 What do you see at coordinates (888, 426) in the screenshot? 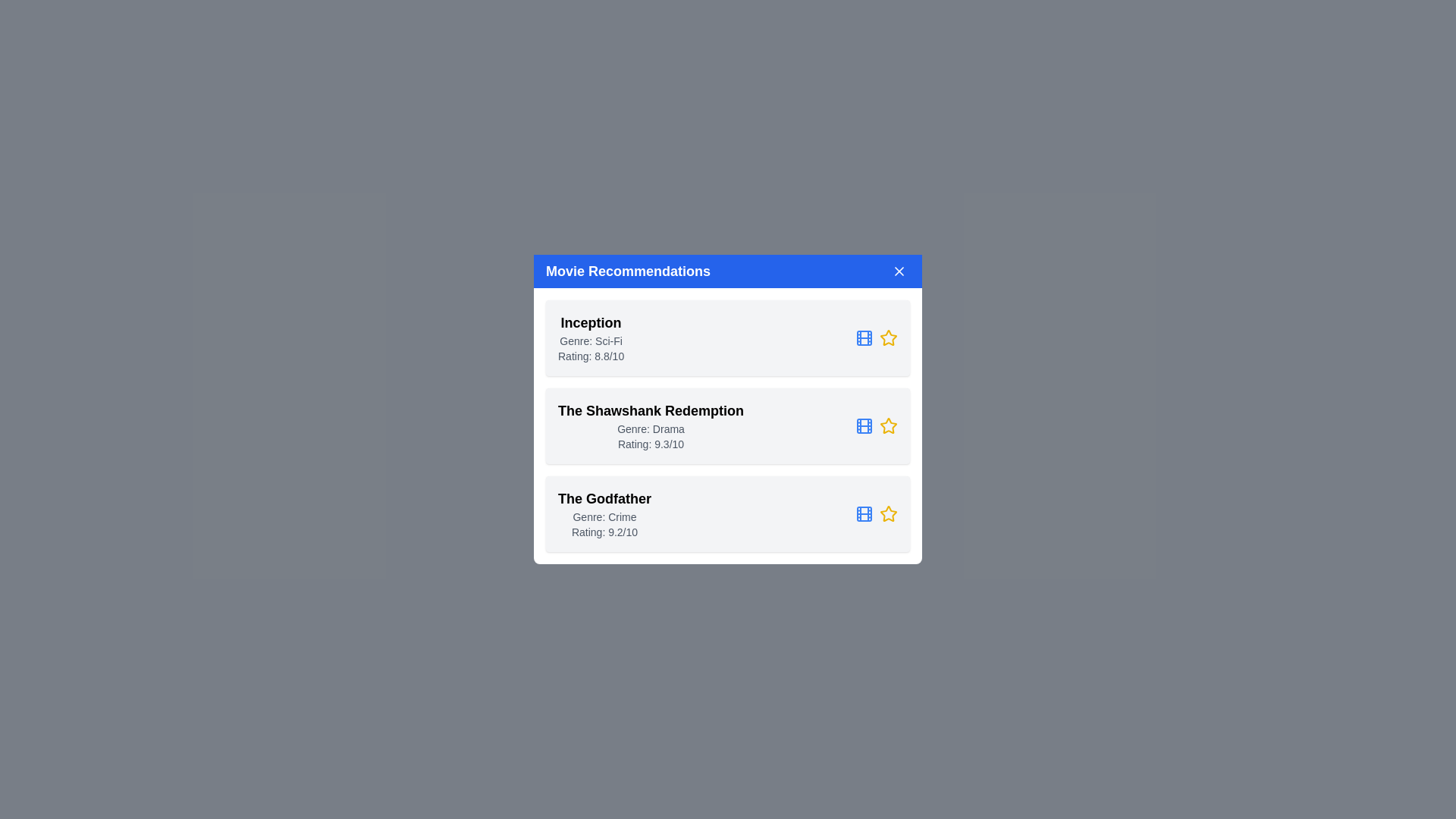
I see `the Star icon for the movie The Shawshank Redemption` at bounding box center [888, 426].